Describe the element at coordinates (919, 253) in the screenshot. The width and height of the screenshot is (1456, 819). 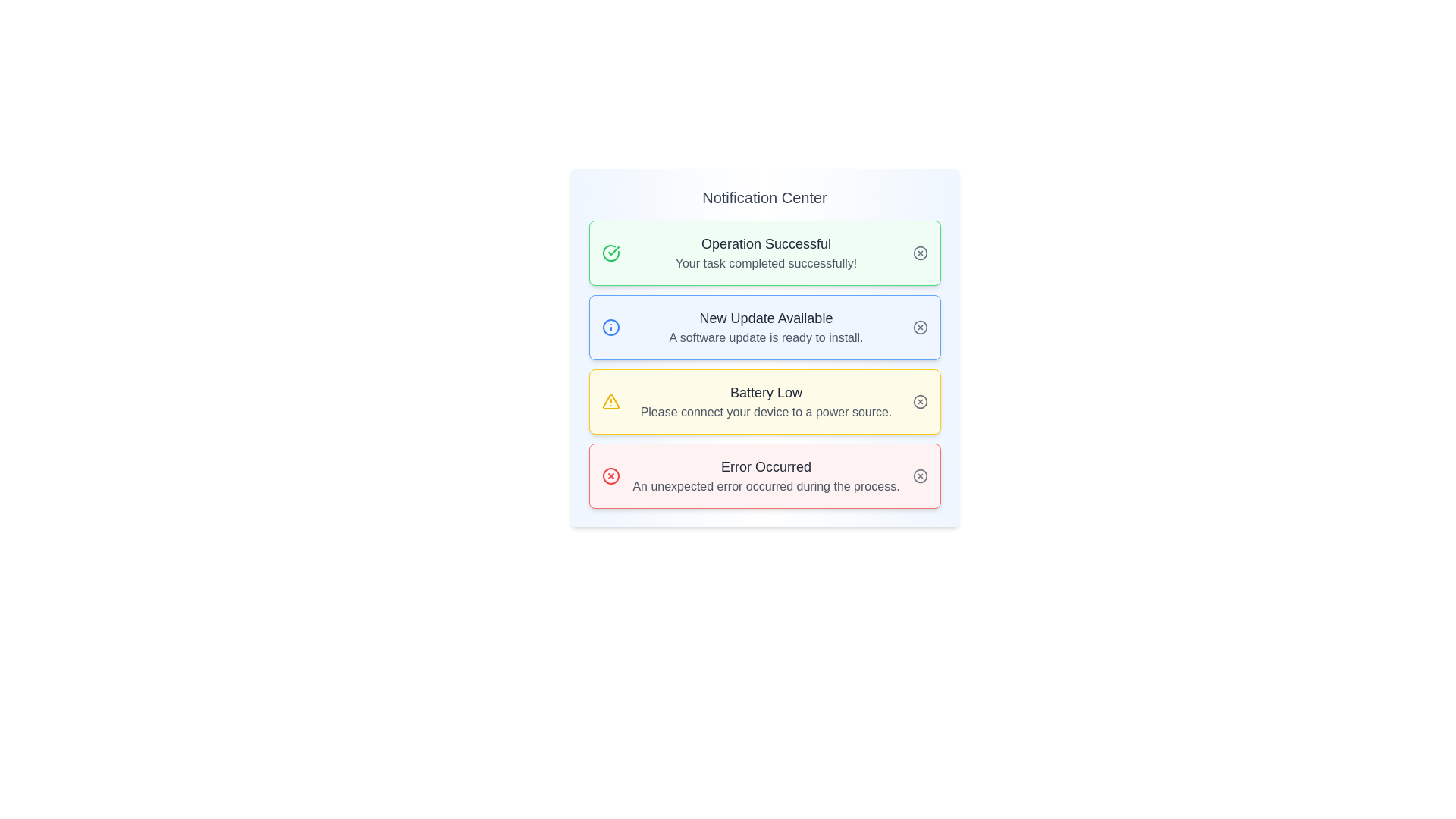
I see `the close button located in the upper-right corner of the 'Operation Successful' notification` at that location.